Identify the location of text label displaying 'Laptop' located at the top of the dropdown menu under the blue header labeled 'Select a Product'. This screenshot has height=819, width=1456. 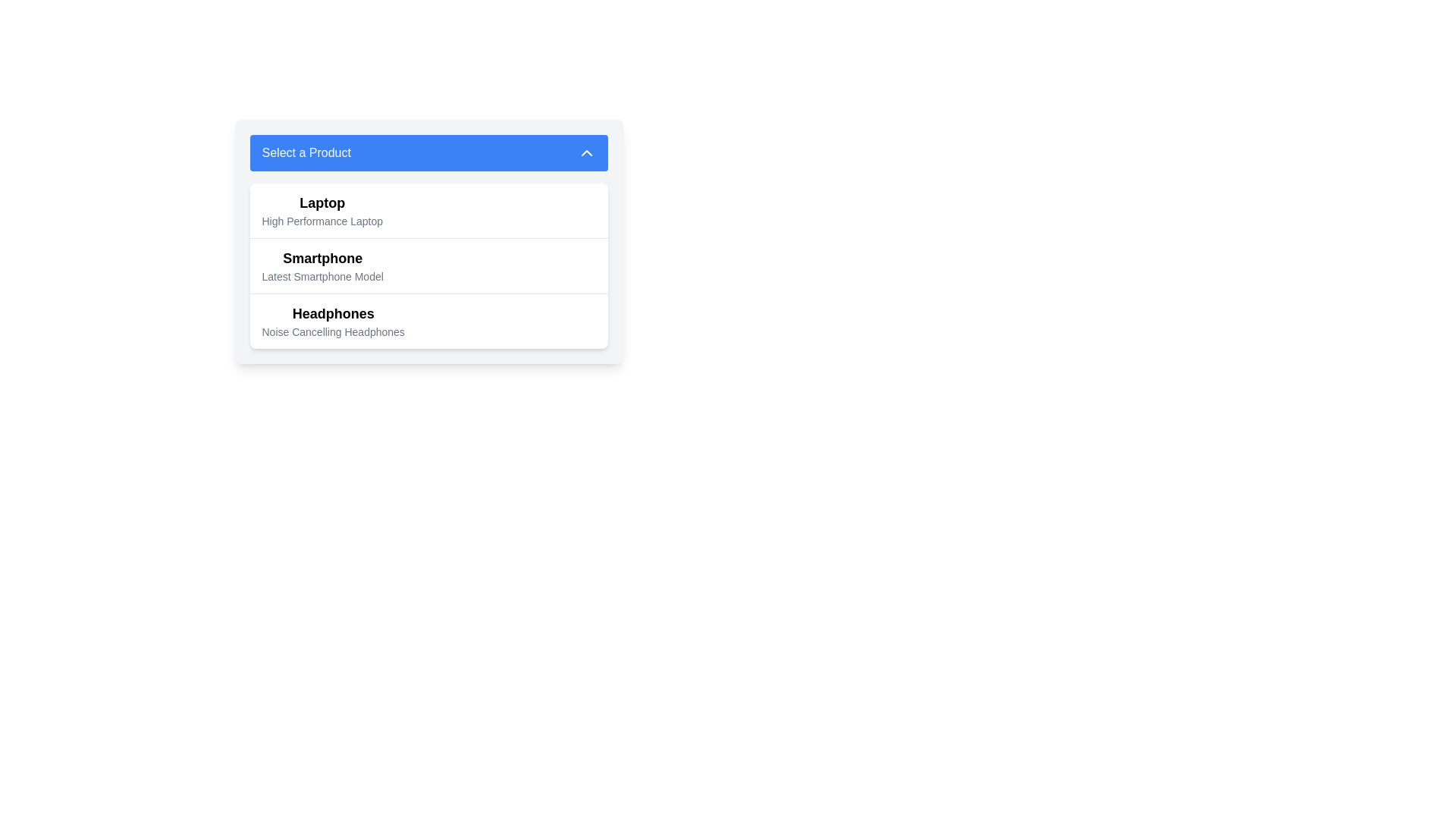
(322, 202).